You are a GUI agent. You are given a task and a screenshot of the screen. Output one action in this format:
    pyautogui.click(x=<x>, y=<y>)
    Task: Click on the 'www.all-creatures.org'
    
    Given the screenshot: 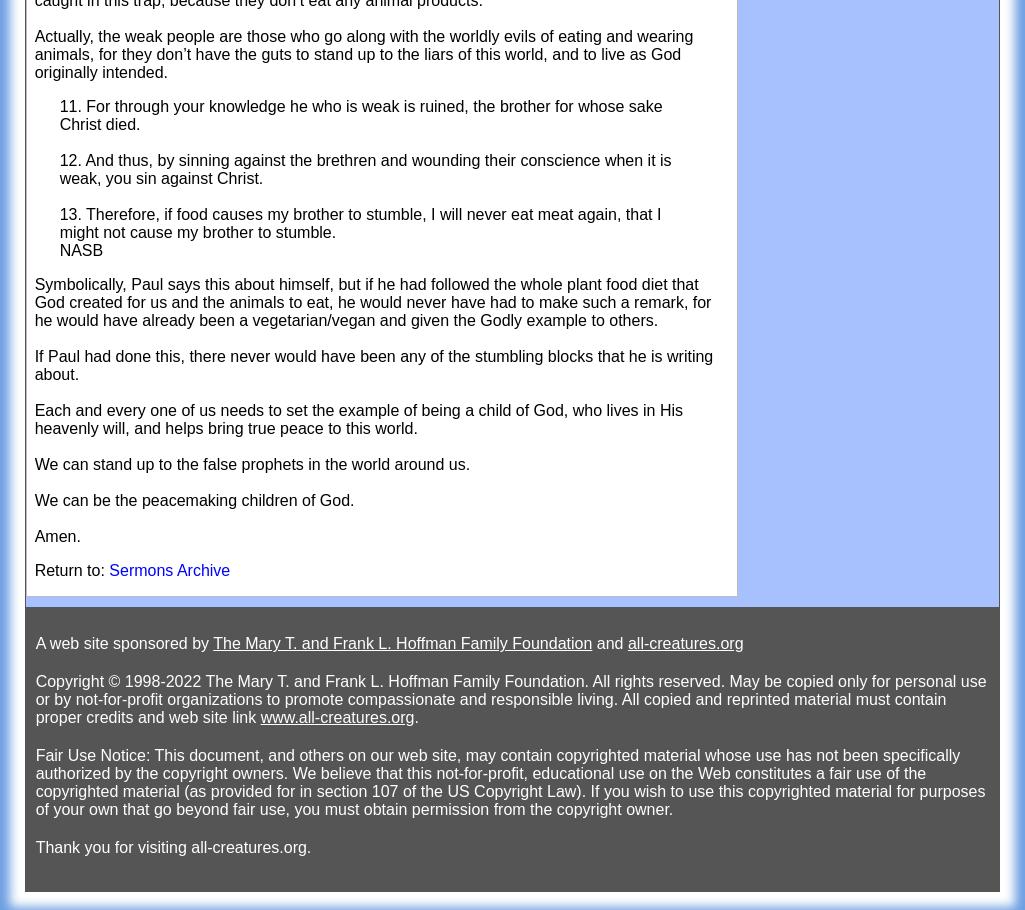 What is the action you would take?
    pyautogui.click(x=336, y=716)
    